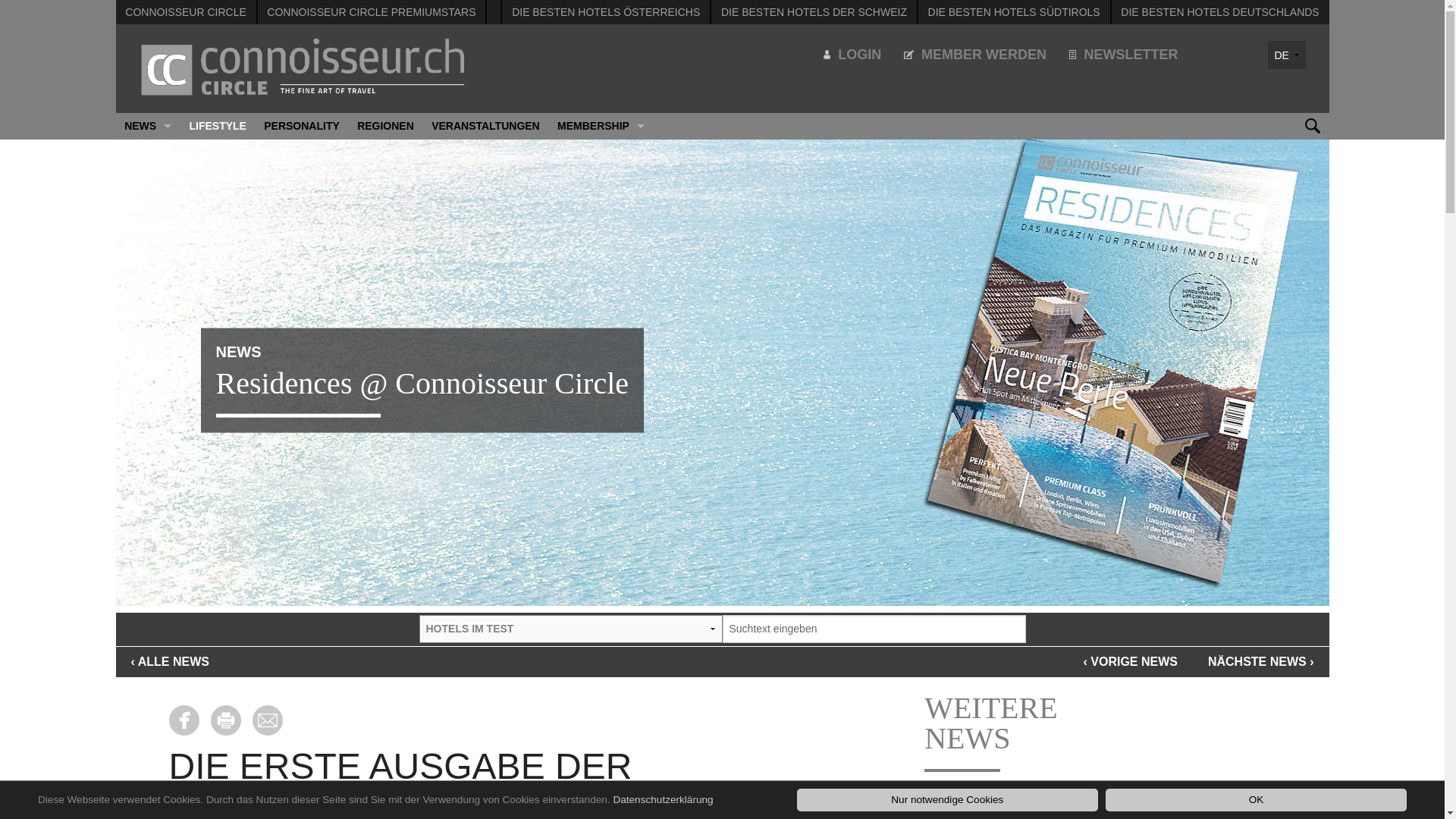  What do you see at coordinates (147, 178) in the screenshot?
I see `'AIR, ROAD & SEA'` at bounding box center [147, 178].